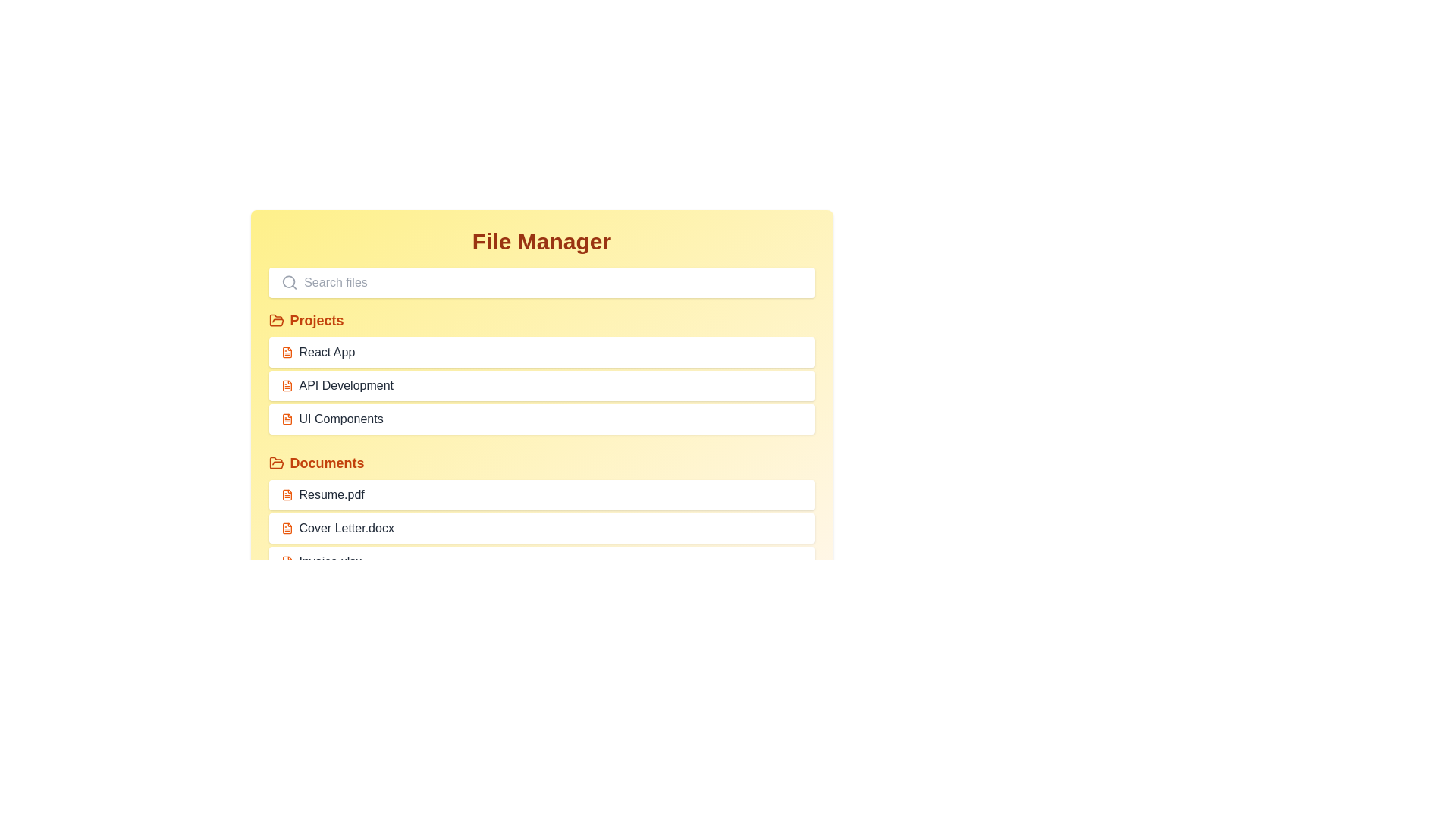 This screenshot has height=819, width=1456. What do you see at coordinates (541, 419) in the screenshot?
I see `the file named UI Components to select it` at bounding box center [541, 419].